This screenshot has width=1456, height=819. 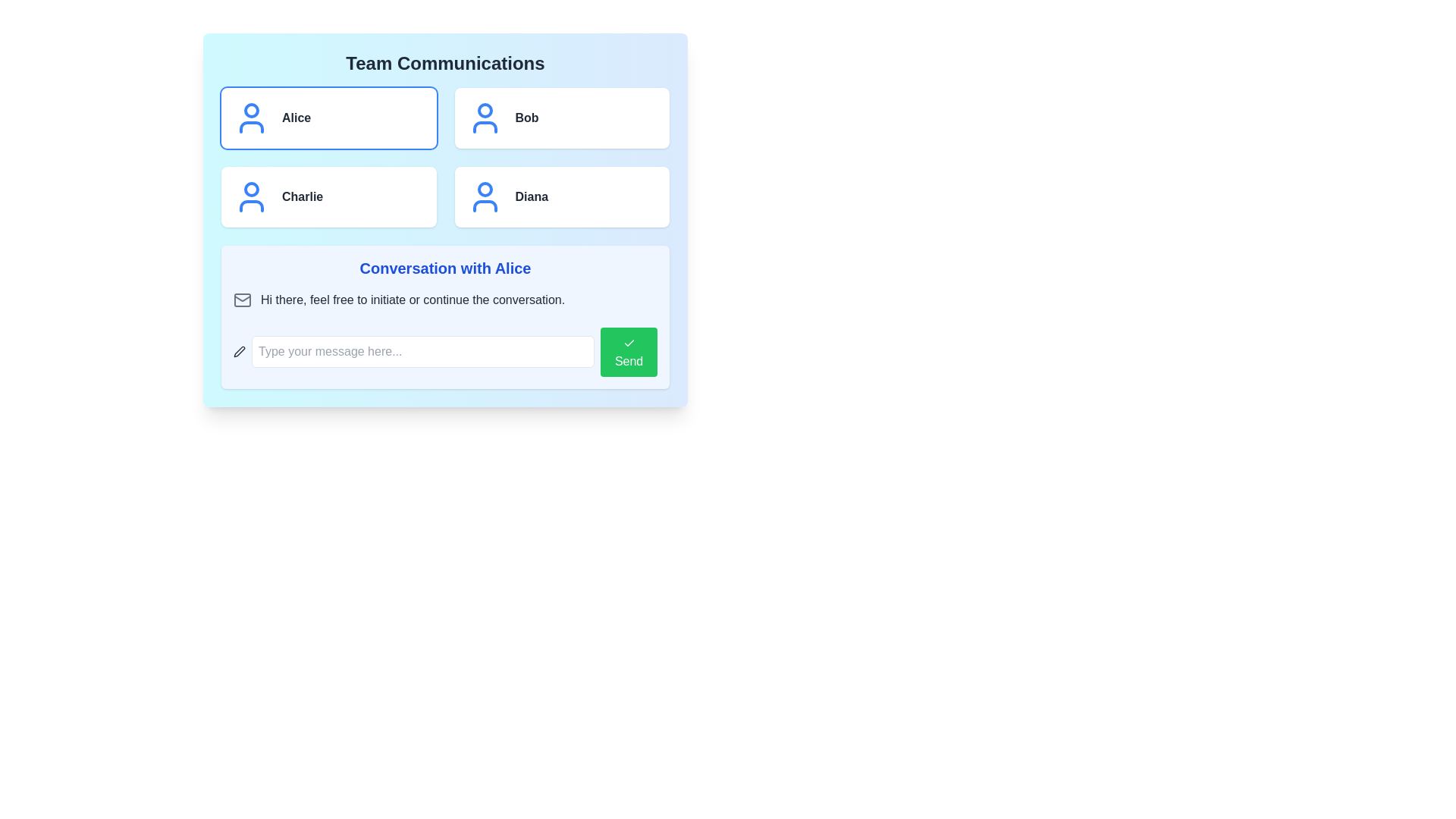 I want to click on the torso portion of the user icon representing Alice, located in the upper left quadrant of the interface, so click(x=251, y=127).